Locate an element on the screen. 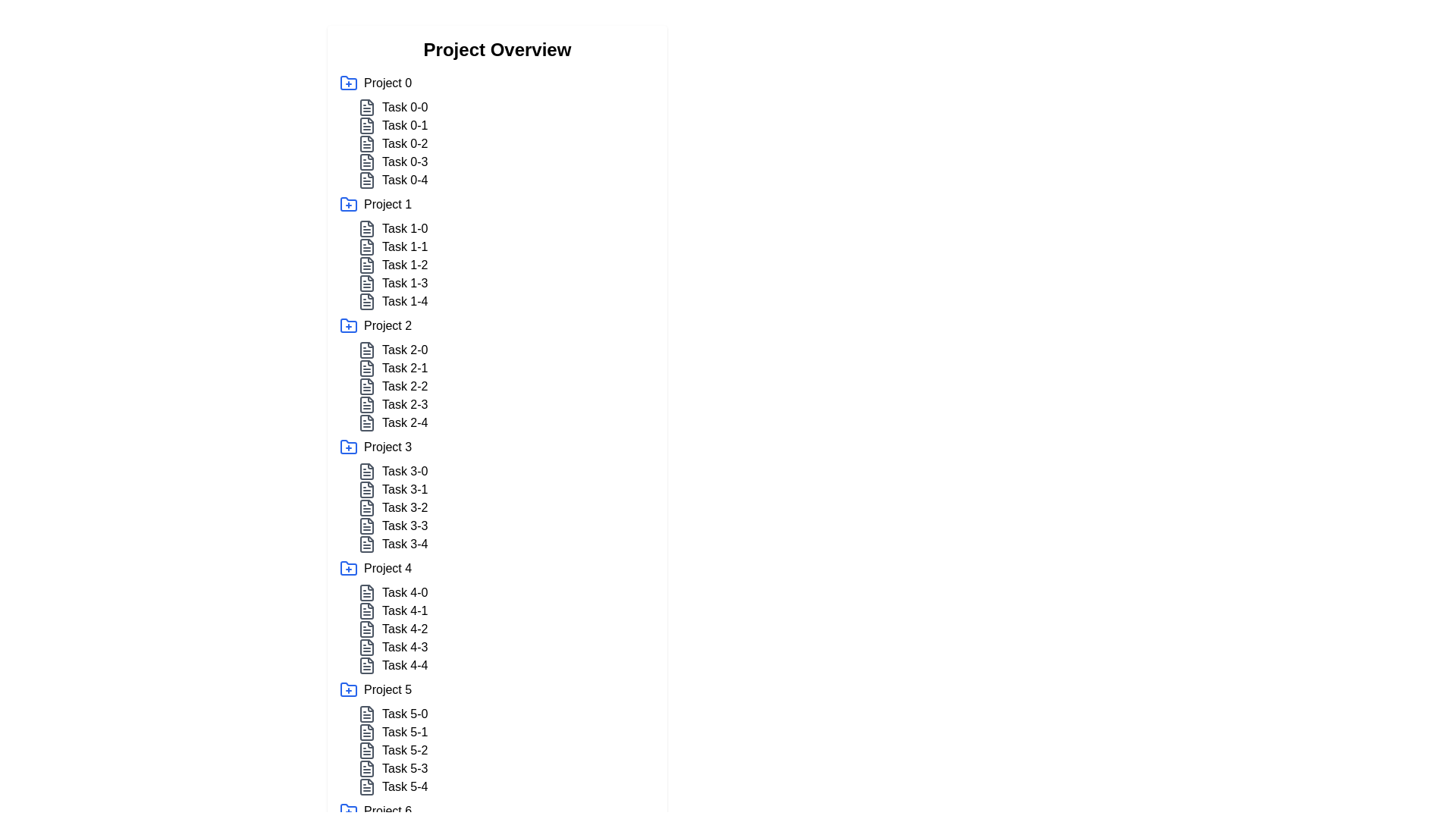 This screenshot has width=1456, height=819. the text label displaying 'Task 3-3', which is the fourth item in the list under the 'Project 3' section, positioned horizontally next to a file icon is located at coordinates (405, 526).